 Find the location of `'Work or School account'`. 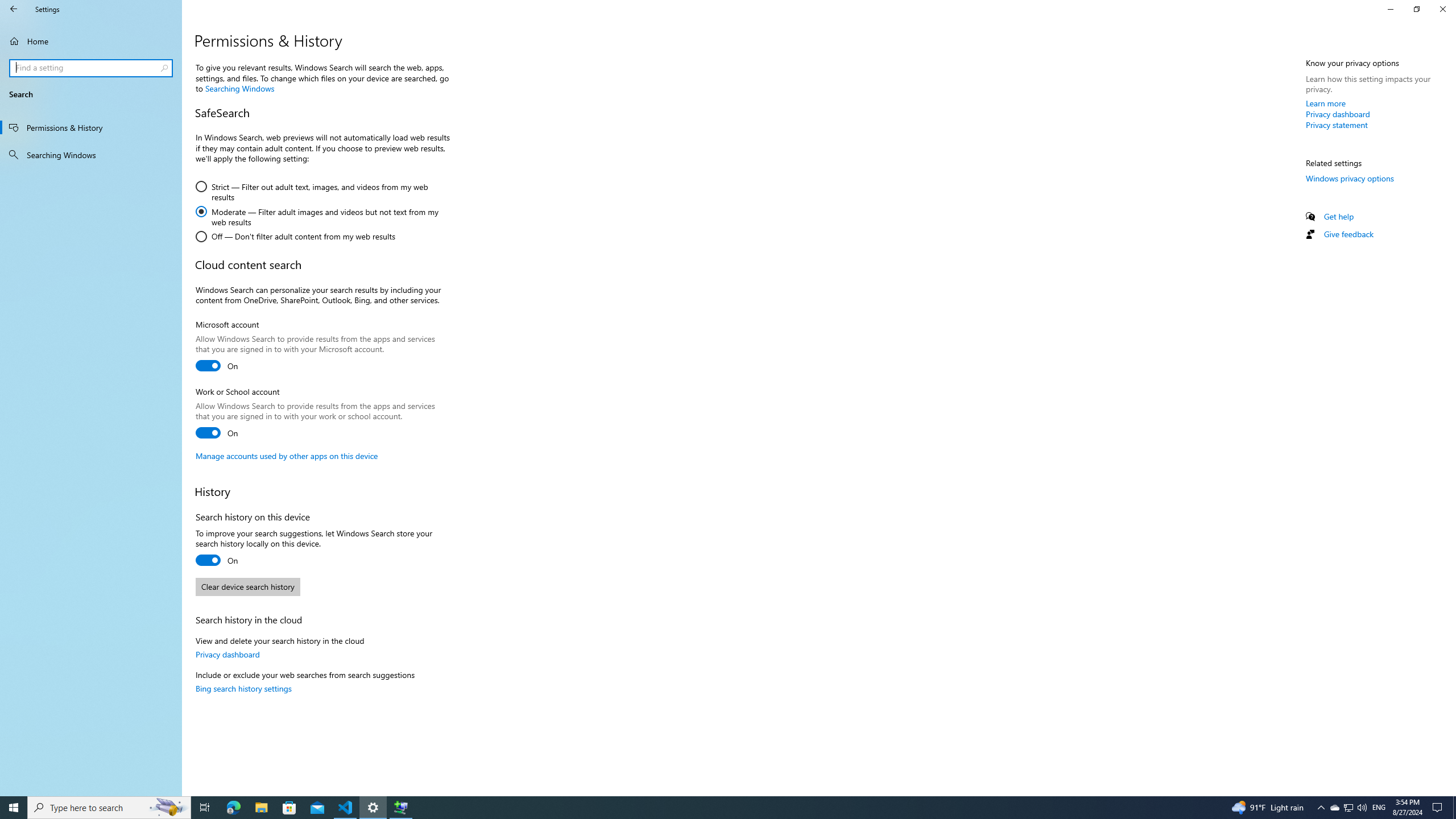

'Work or School account' is located at coordinates (216, 433).